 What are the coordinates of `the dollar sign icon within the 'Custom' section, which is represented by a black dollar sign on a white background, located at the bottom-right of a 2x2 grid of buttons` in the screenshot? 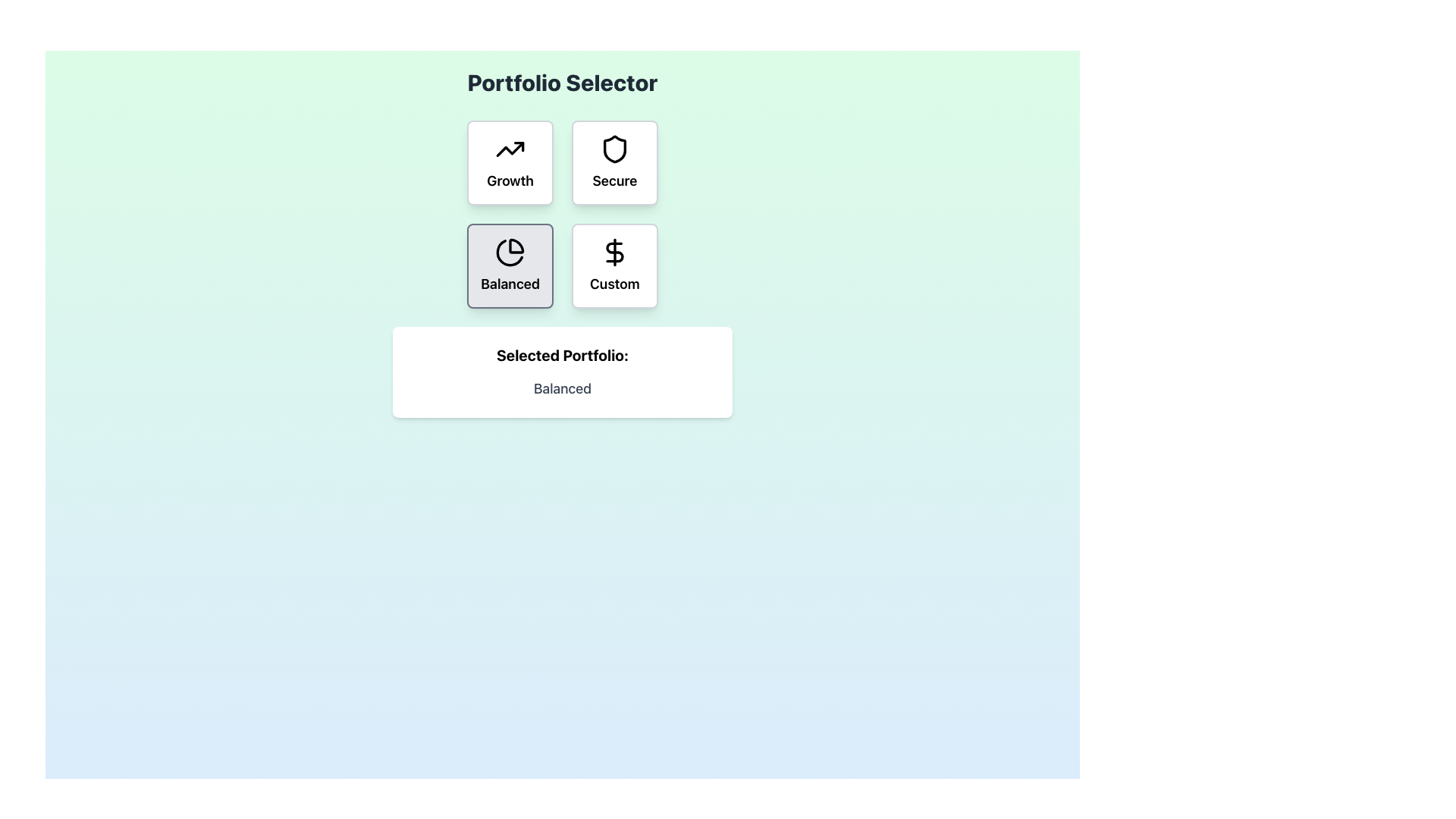 It's located at (614, 251).